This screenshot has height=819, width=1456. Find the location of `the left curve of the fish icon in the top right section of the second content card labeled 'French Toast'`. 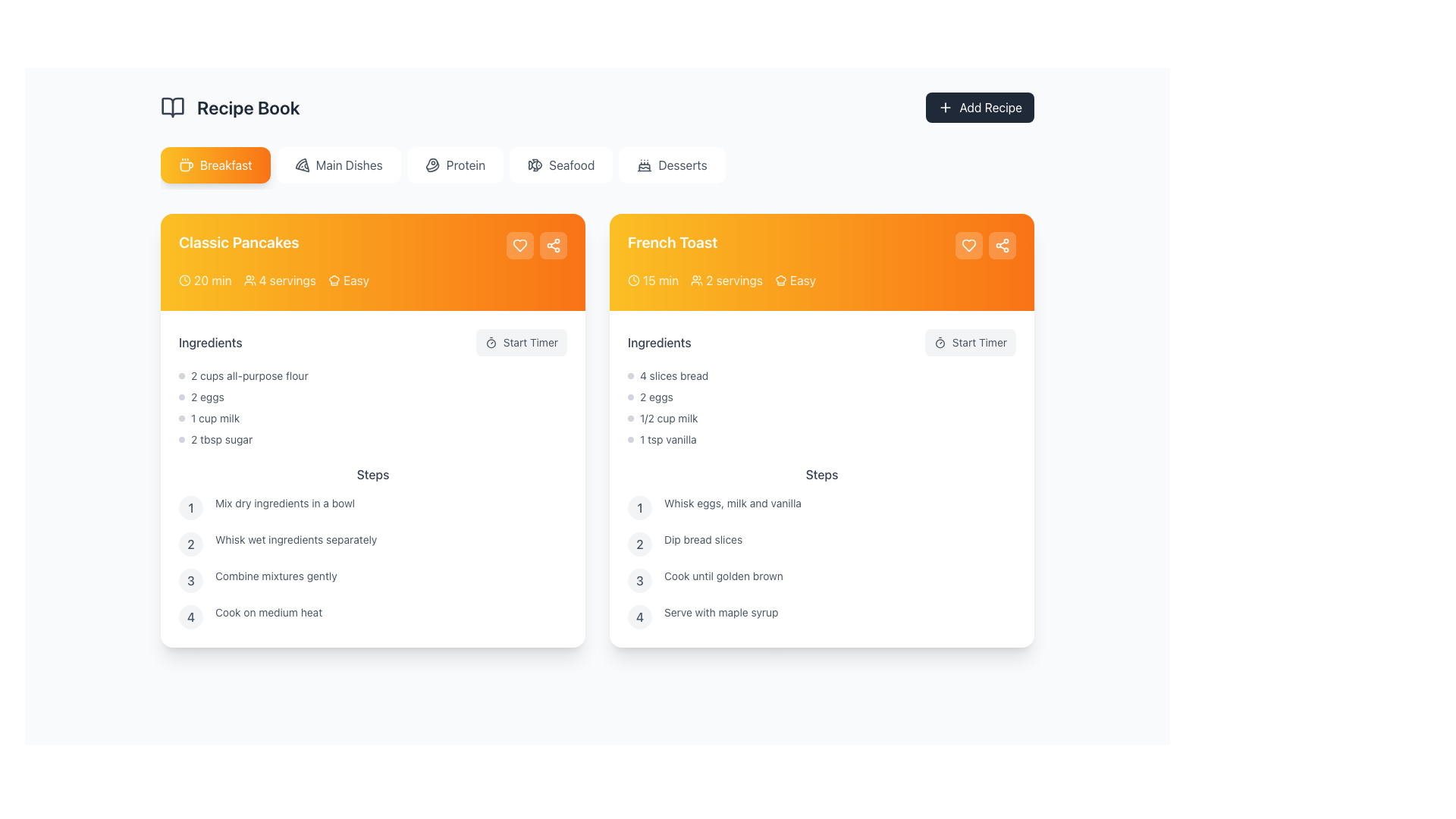

the left curve of the fish icon in the top right section of the second content card labeled 'French Toast' is located at coordinates (537, 165).